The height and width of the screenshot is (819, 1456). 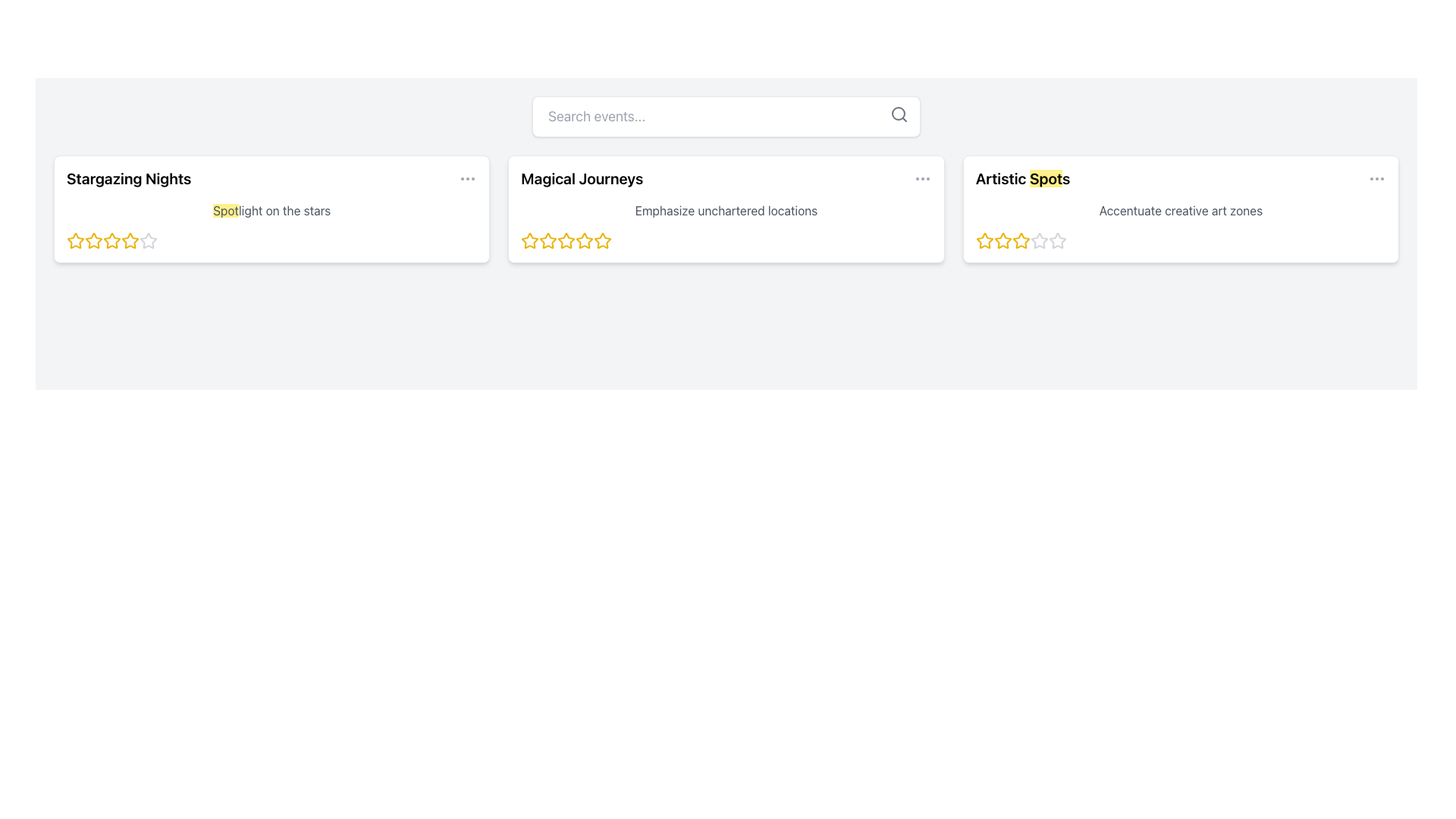 What do you see at coordinates (130, 240) in the screenshot?
I see `the fifth star-shaped rating icon with a yellow outline in the 'Stargazing Nights' section` at bounding box center [130, 240].